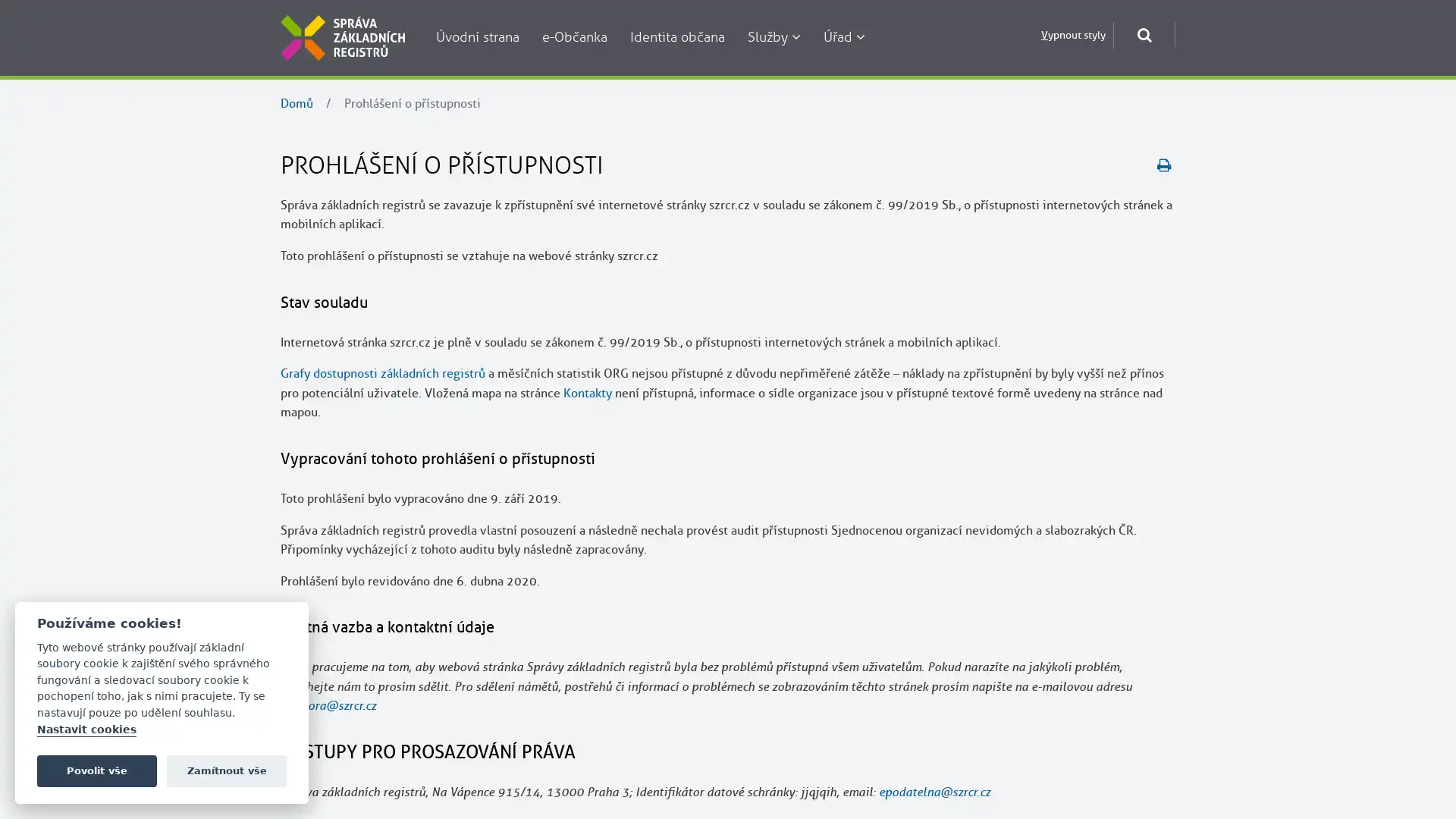  I want to click on Povolit vse, so click(96, 770).